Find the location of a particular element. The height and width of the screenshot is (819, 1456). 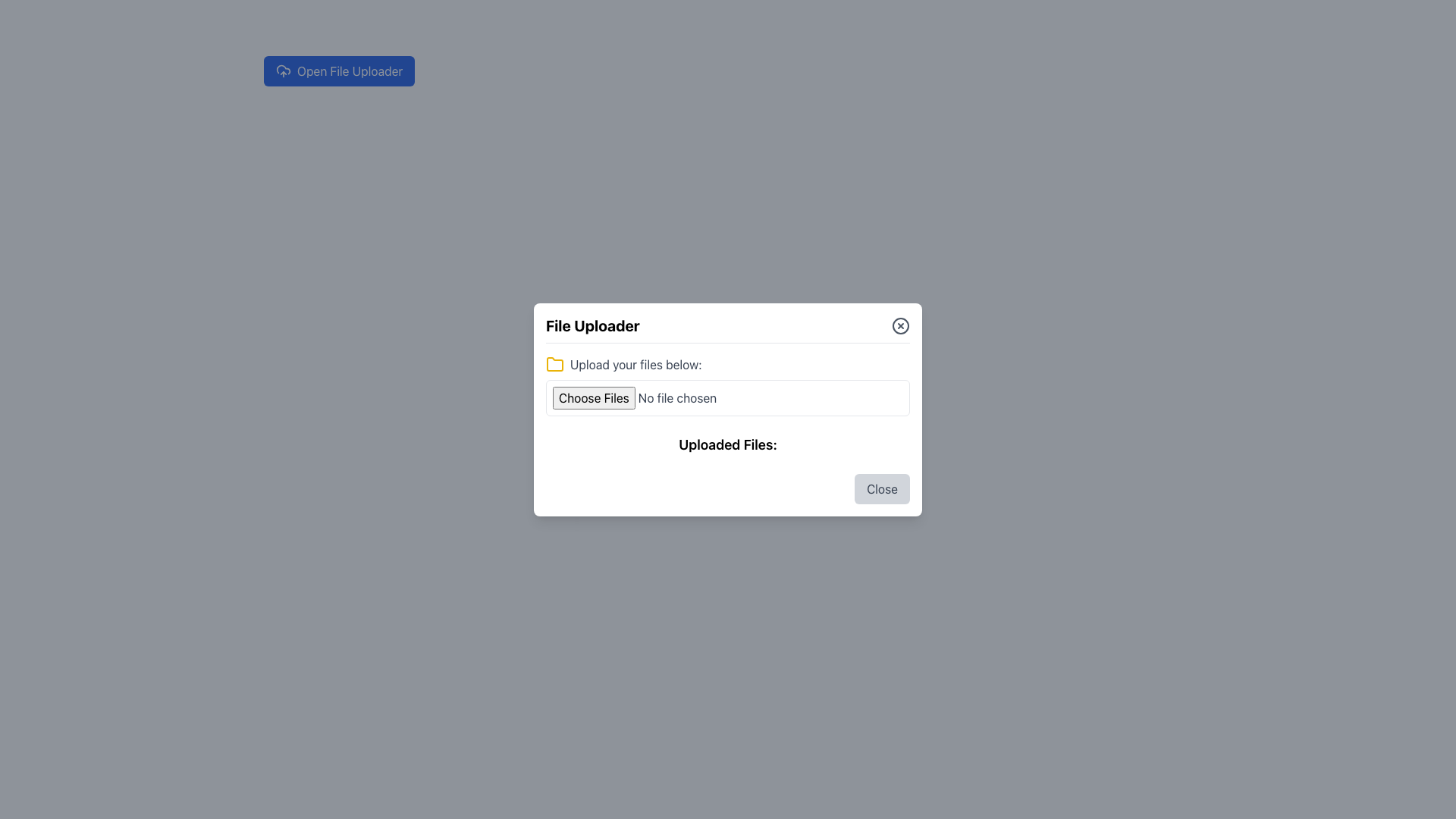

the circular graphical icon component with a cross inside, located in the top-right corner of the 'File Uploader' modal is located at coordinates (901, 324).